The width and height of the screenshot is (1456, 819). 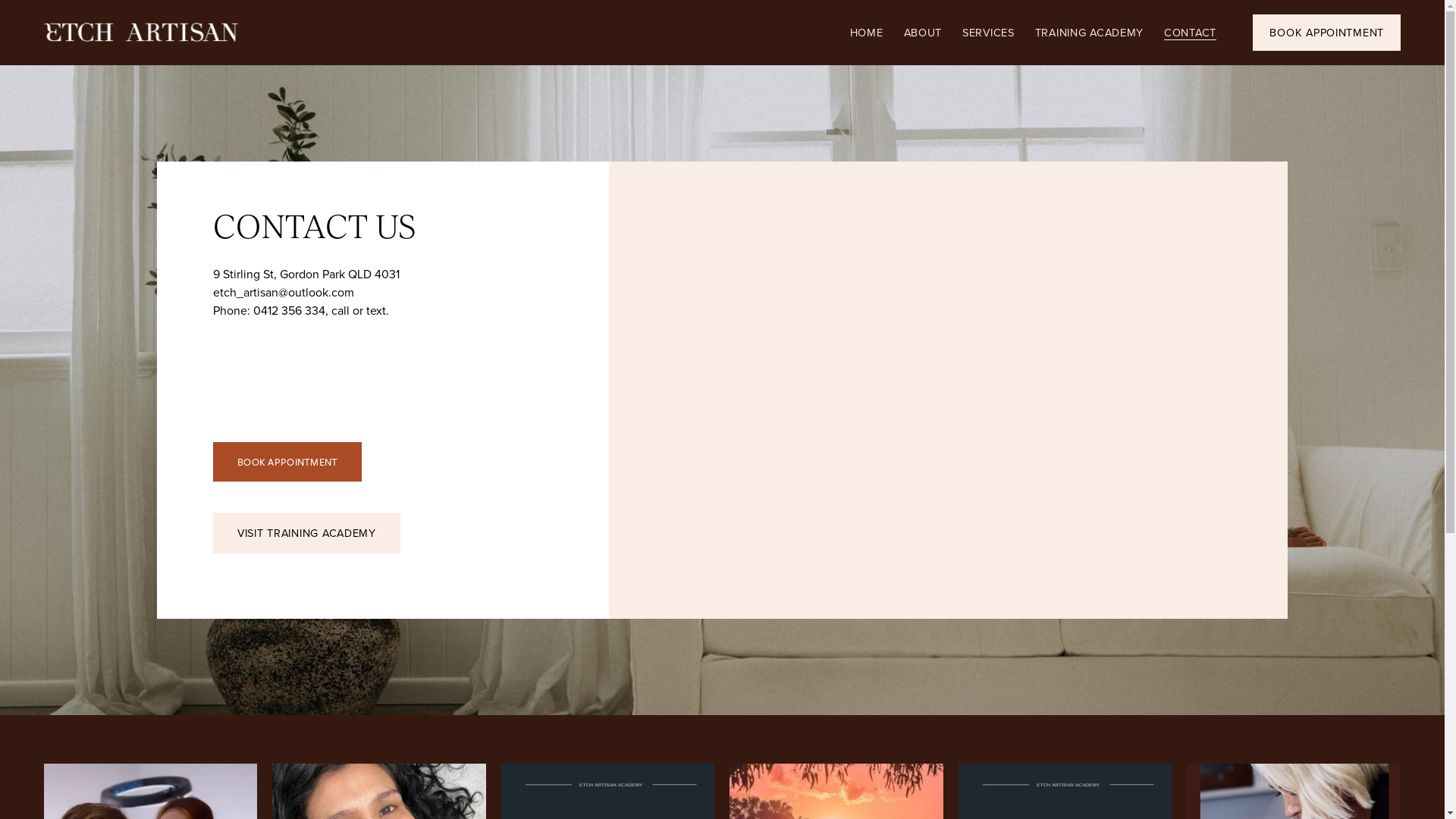 What do you see at coordinates (287, 461) in the screenshot?
I see `'BOOK APPOINTMENT'` at bounding box center [287, 461].